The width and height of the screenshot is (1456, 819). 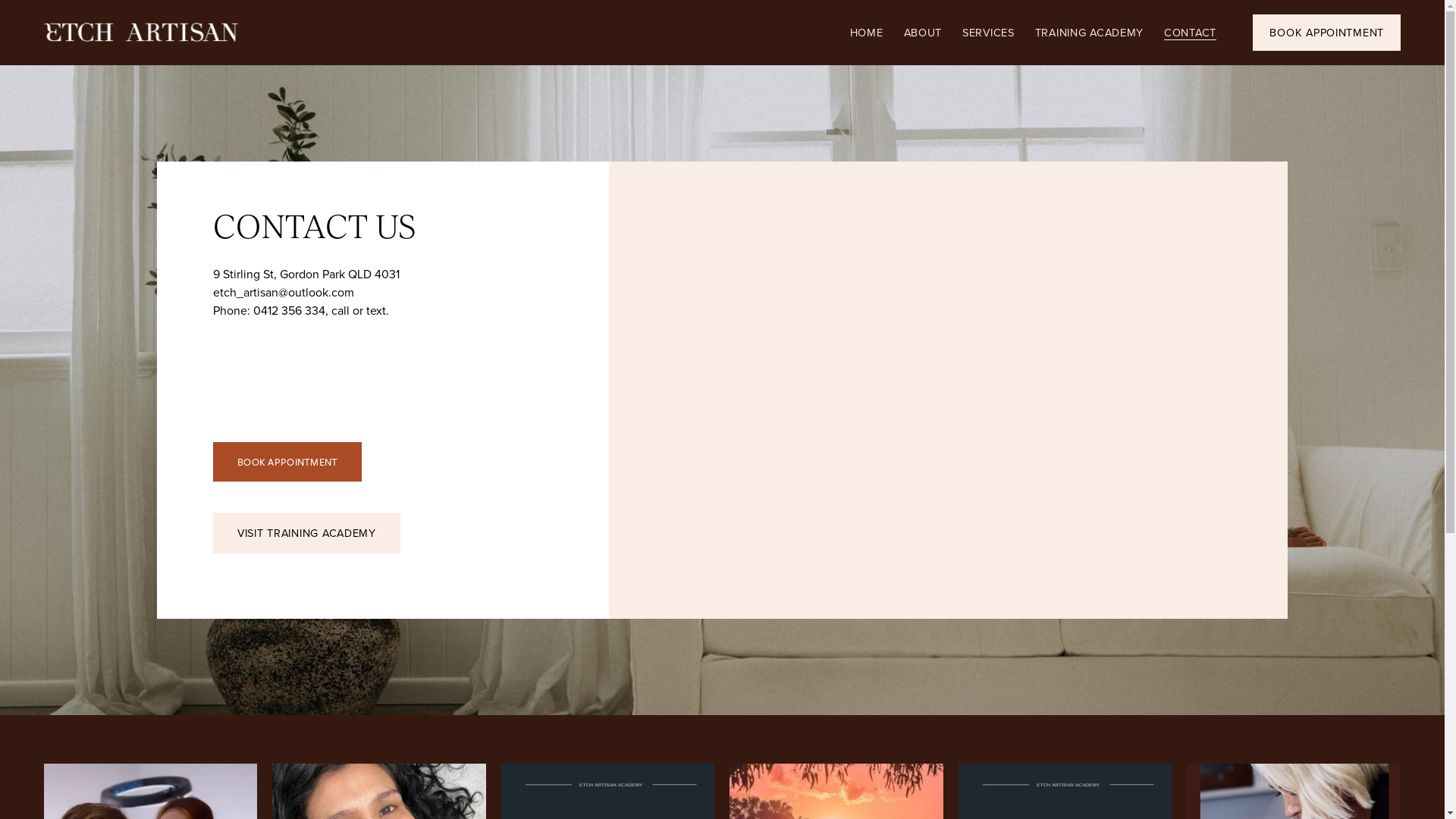 What do you see at coordinates (287, 461) in the screenshot?
I see `'BOOK APPOINTMENT'` at bounding box center [287, 461].